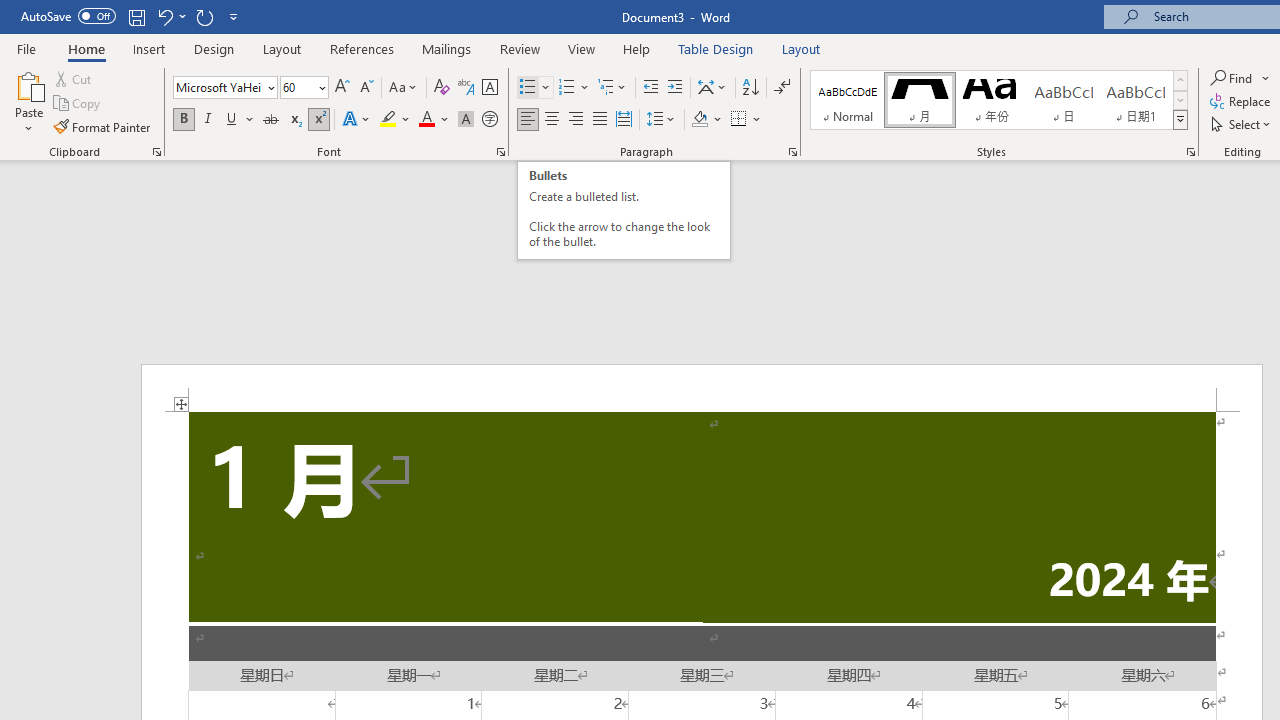 Image resolution: width=1280 pixels, height=720 pixels. Describe the element at coordinates (148, 48) in the screenshot. I see `'Insert'` at that location.